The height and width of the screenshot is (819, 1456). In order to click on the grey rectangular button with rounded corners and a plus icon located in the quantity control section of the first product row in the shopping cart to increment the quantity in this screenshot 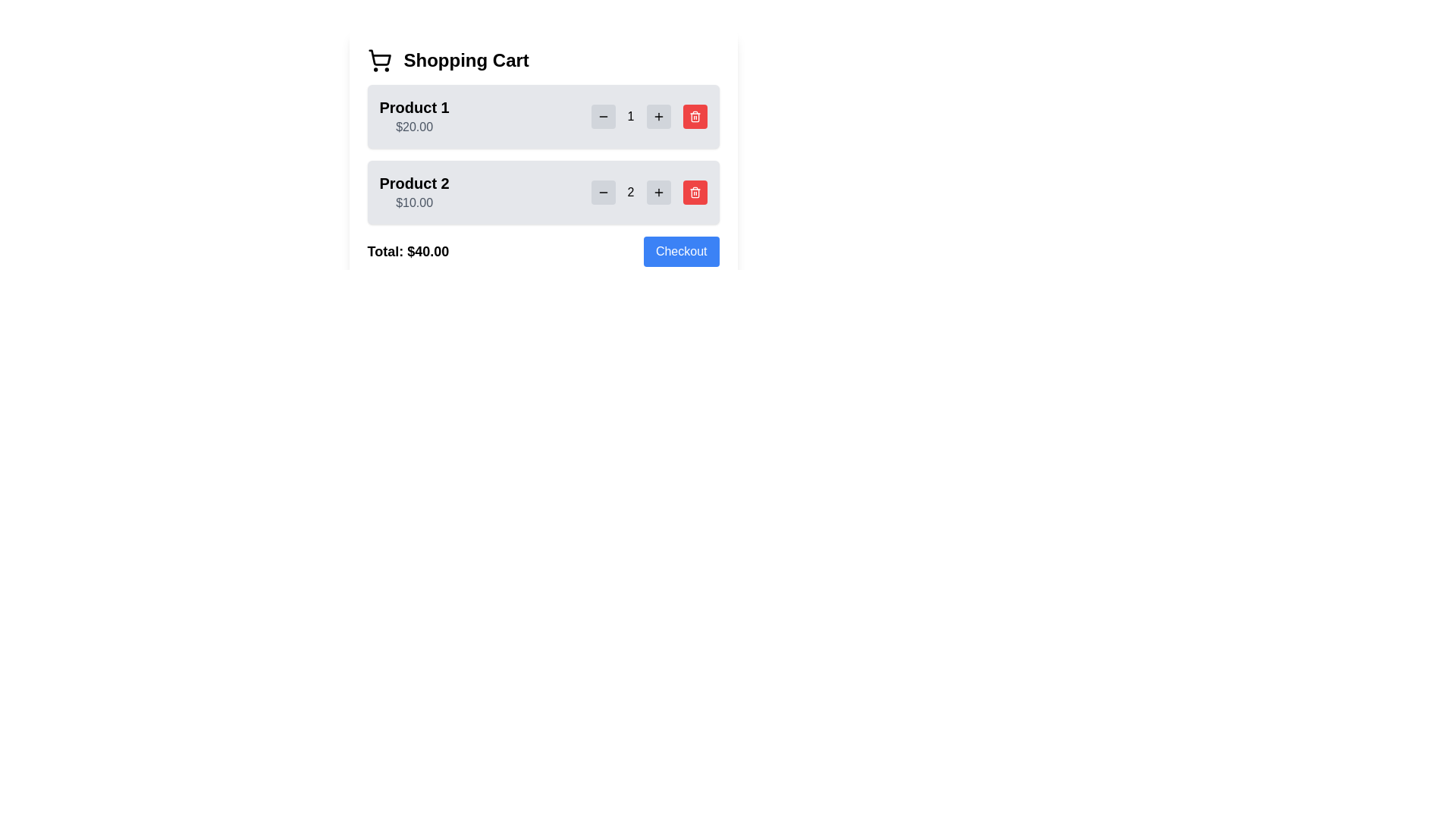, I will do `click(658, 116)`.